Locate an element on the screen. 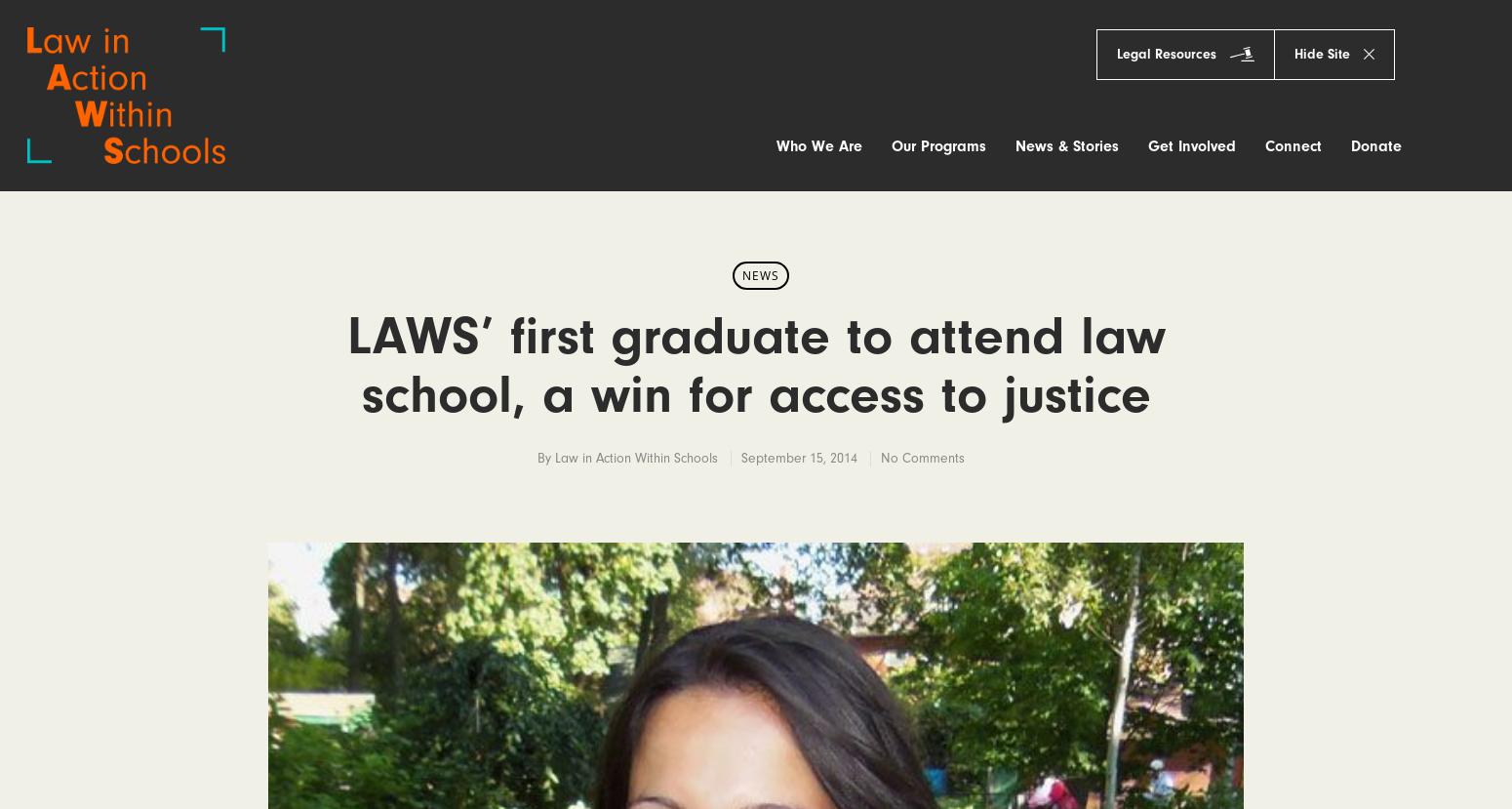 Image resolution: width=1512 pixels, height=809 pixels. 'Get Involved' is located at coordinates (1148, 144).